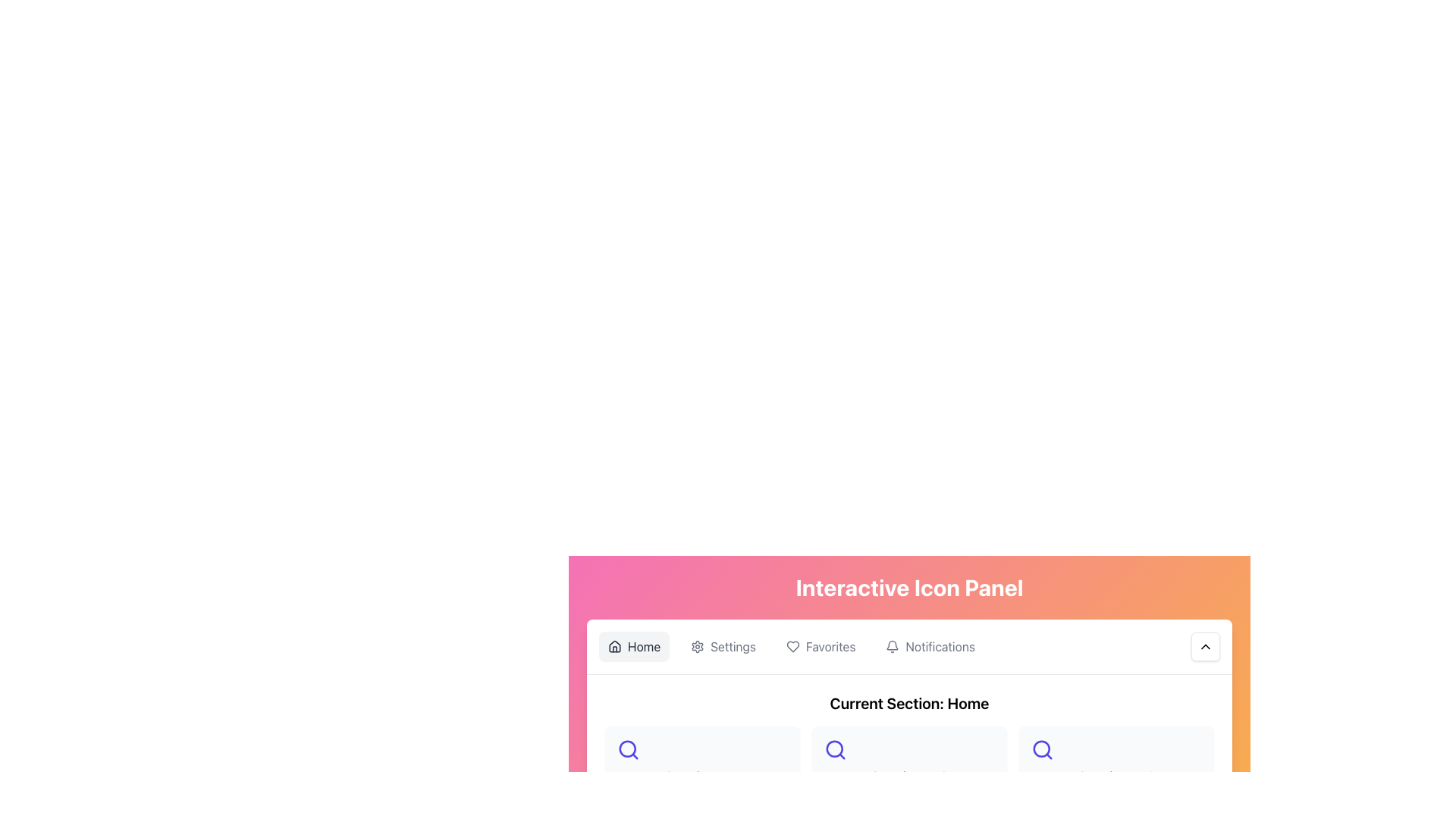 The height and width of the screenshot is (819, 1456). What do you see at coordinates (909, 704) in the screenshot?
I see `the label displaying 'Current Section: Home', which is prominently styled in bold and larger font at the top of the user interface` at bounding box center [909, 704].